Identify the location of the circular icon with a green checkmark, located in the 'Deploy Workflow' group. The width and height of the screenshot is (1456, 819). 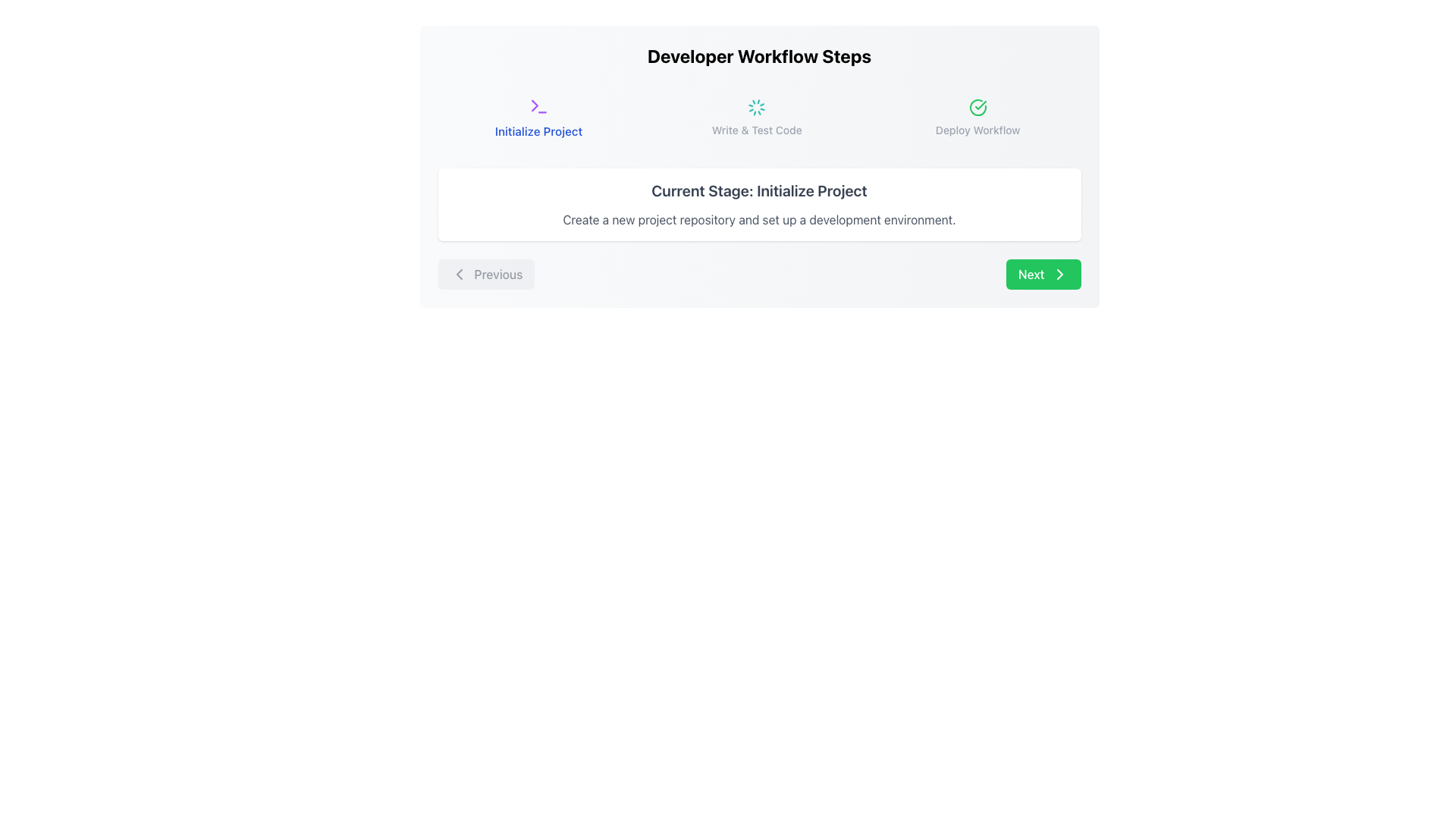
(977, 107).